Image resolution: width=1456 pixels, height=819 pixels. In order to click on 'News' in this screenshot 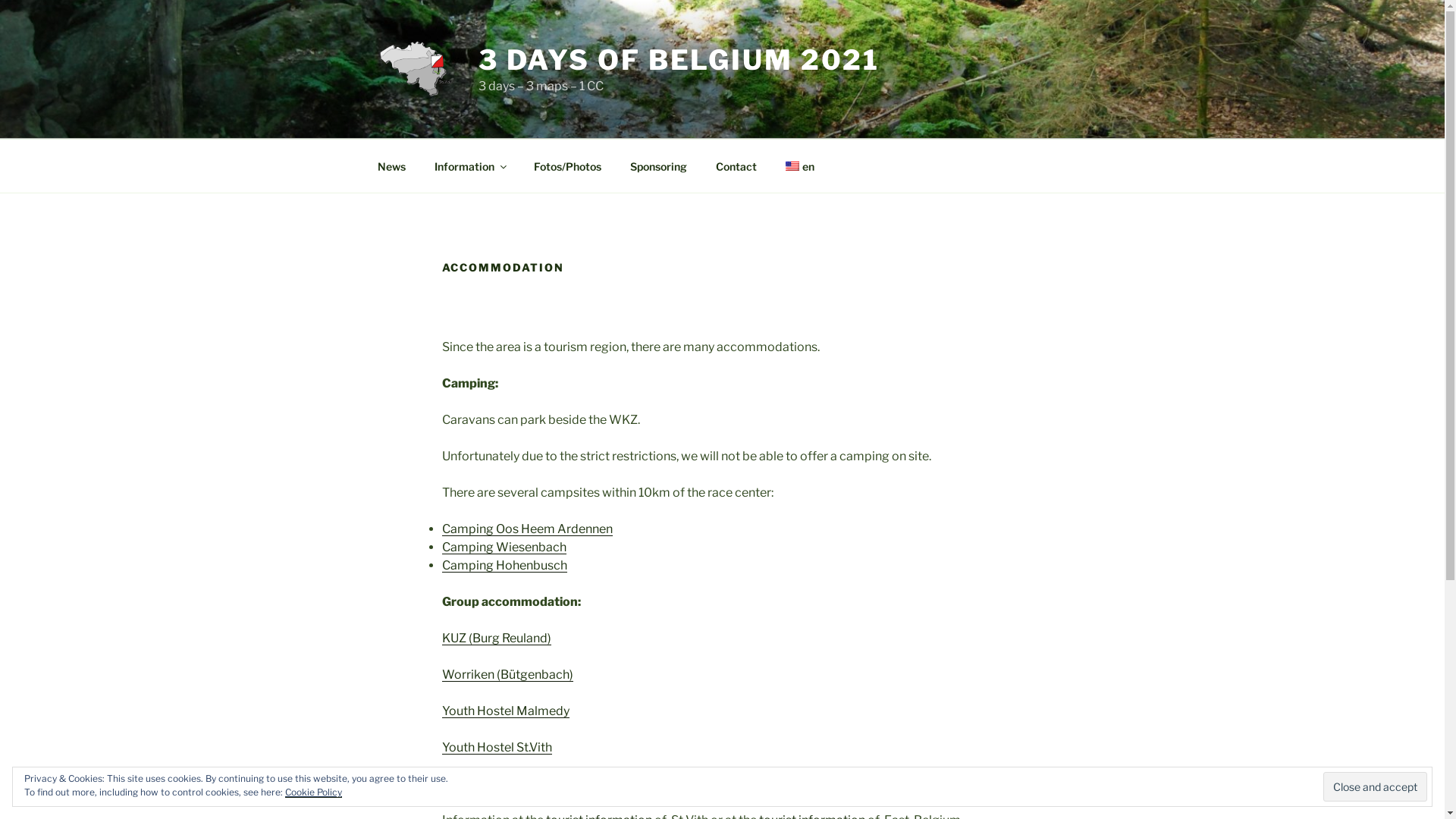, I will do `click(364, 165)`.